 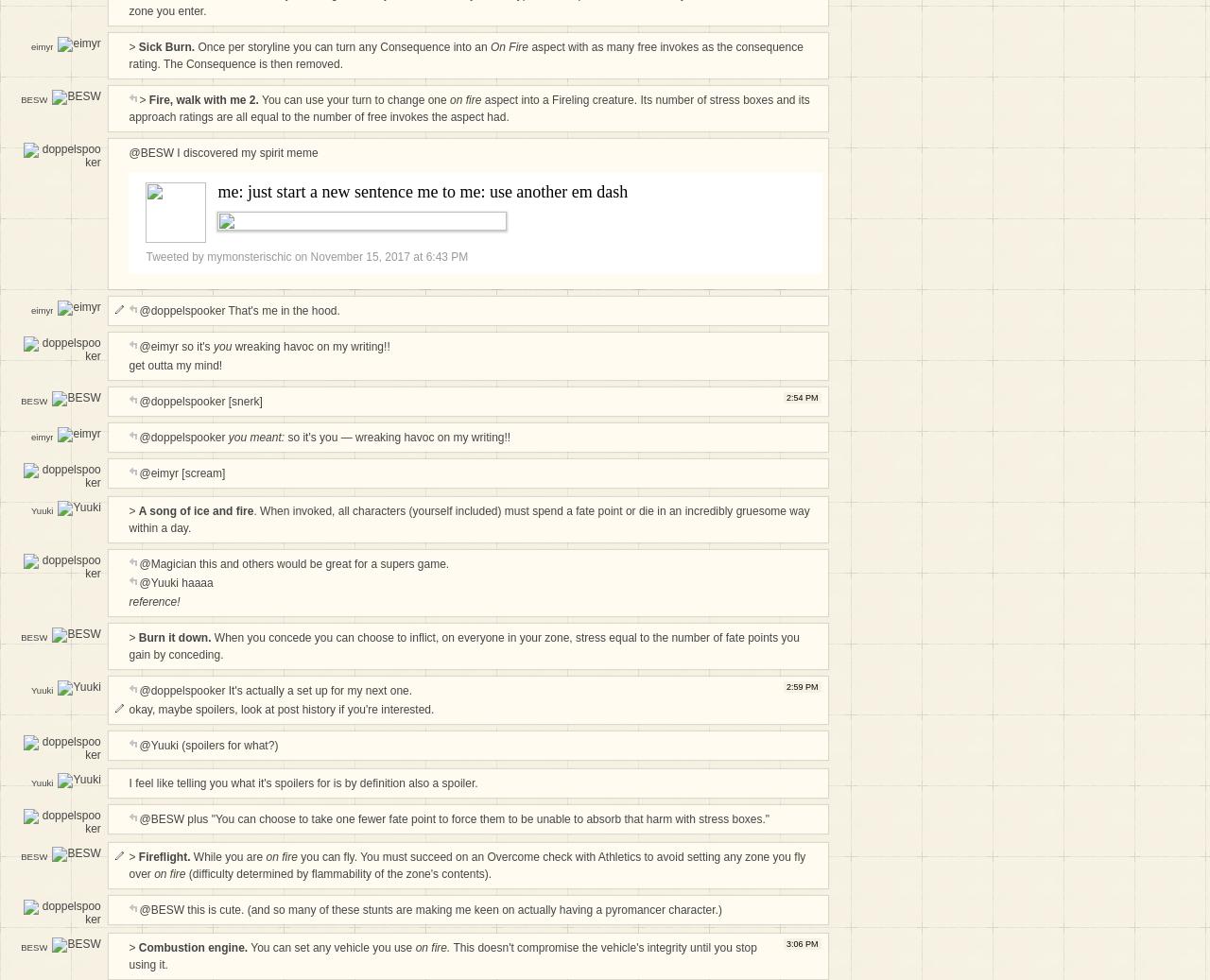 I want to click on '@BESW plus "You can choose to take one fewer fate point to force them to be unable to absorb that harm with stress boxes."', so click(x=137, y=819).